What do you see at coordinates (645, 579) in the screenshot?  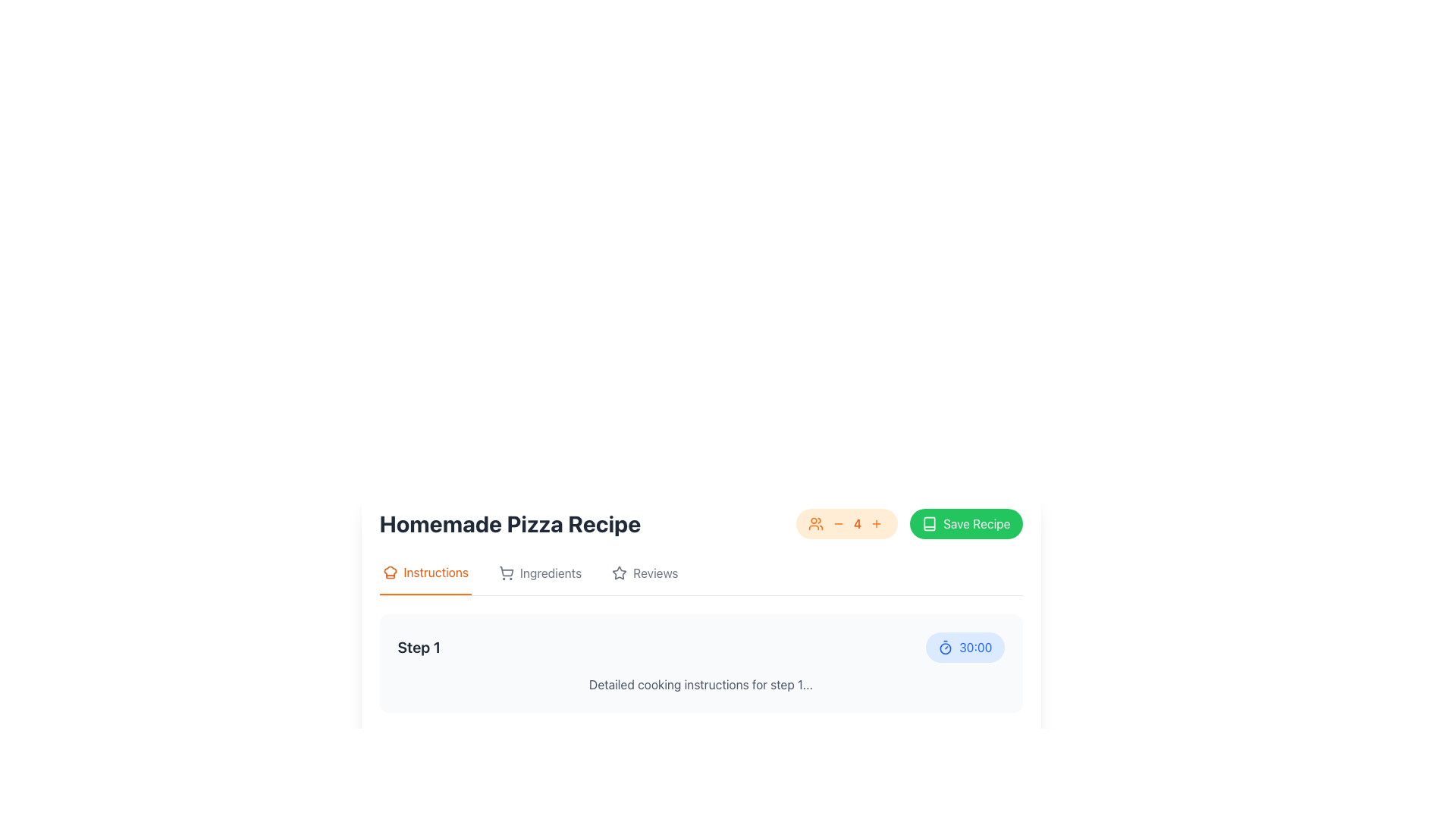 I see `the 'Reviews' tab in the navigation bar` at bounding box center [645, 579].